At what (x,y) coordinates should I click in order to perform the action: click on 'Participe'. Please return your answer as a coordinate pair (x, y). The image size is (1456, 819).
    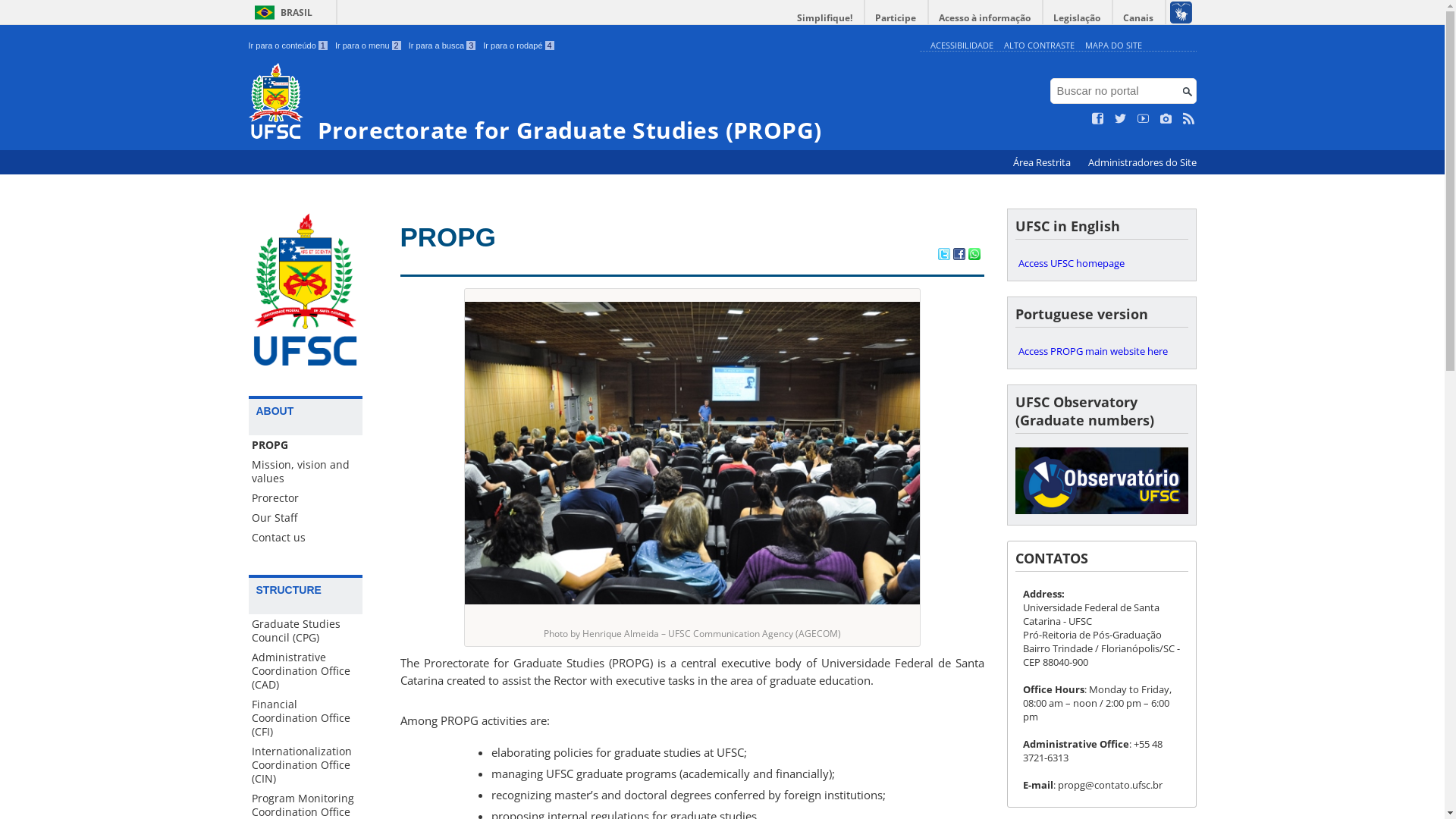
    Looking at the image, I should click on (864, 17).